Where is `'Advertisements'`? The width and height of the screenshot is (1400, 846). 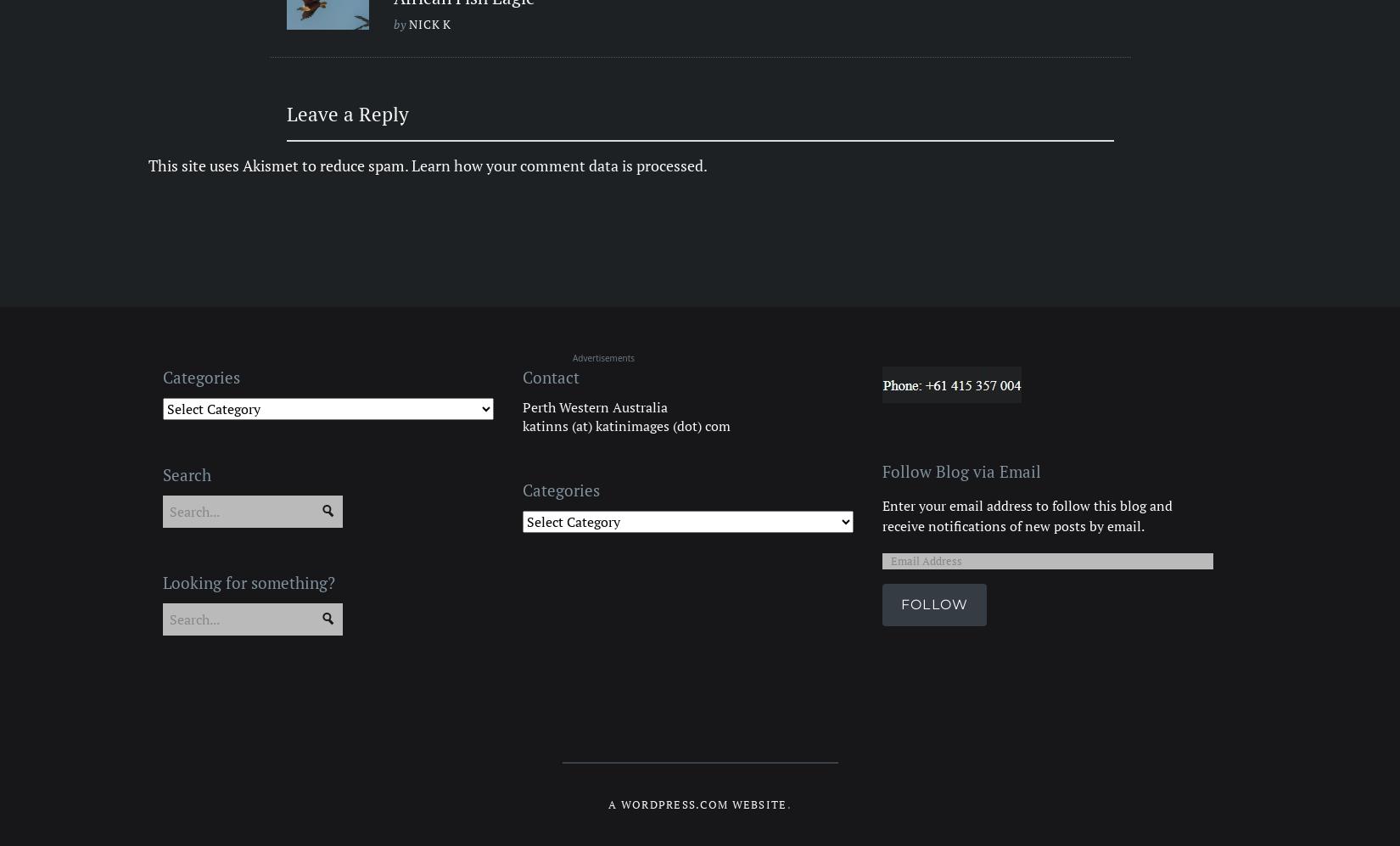
'Advertisements' is located at coordinates (602, 356).